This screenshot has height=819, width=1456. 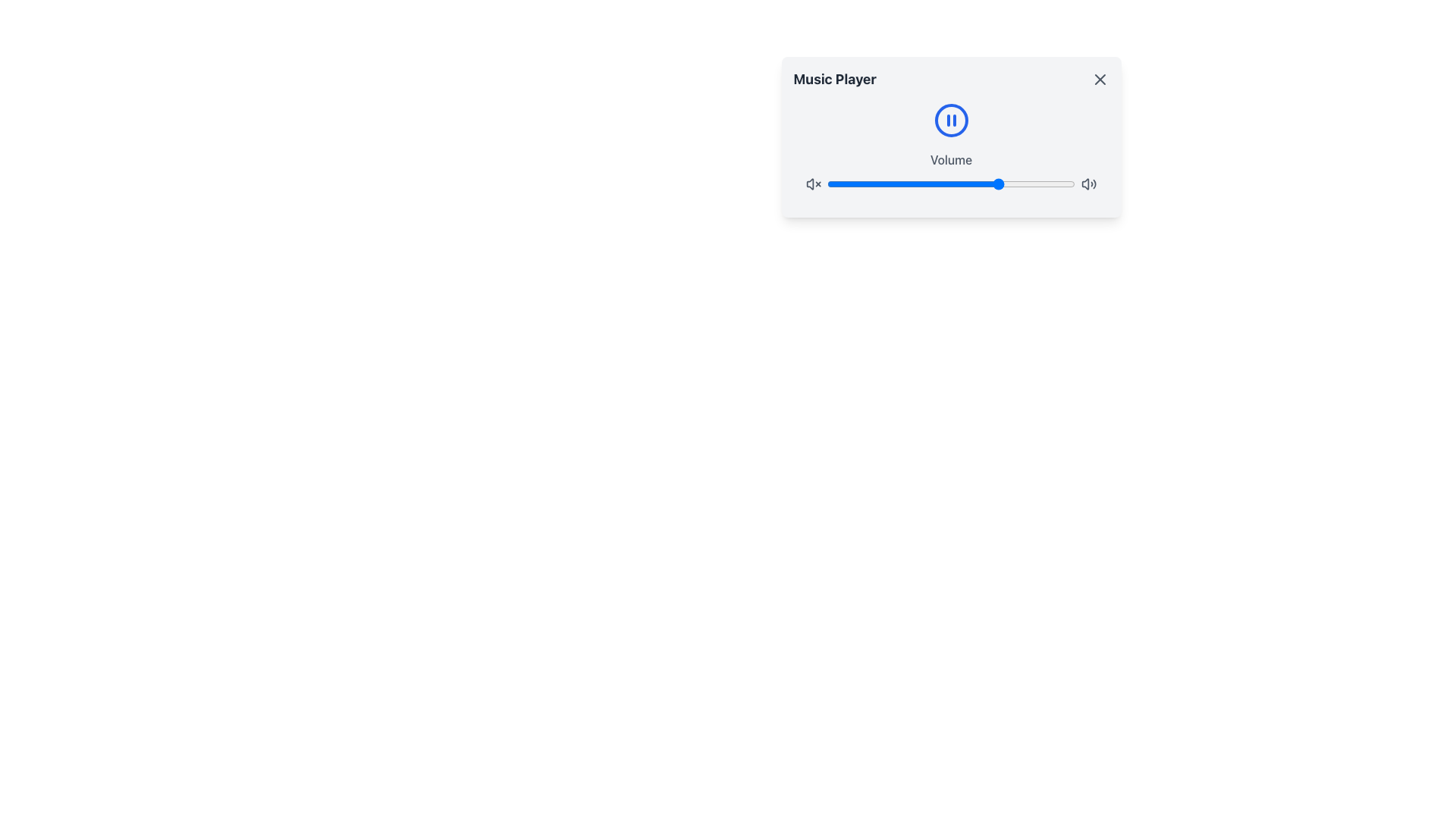 What do you see at coordinates (950, 119) in the screenshot?
I see `the SVG circle element that serves as the boundary of the pause icon, located at the top center of the music player interface, above the 'Volume' label` at bounding box center [950, 119].